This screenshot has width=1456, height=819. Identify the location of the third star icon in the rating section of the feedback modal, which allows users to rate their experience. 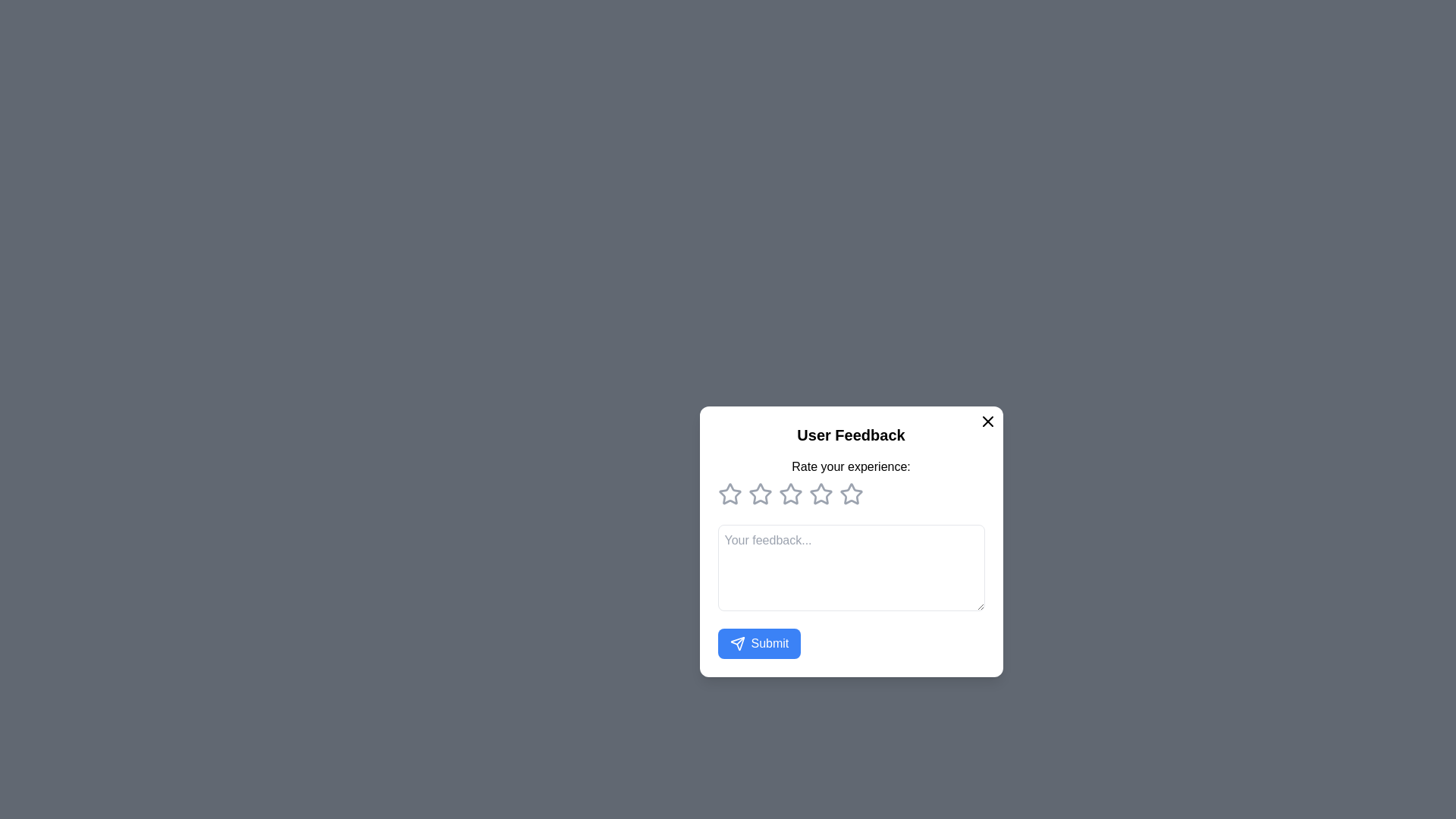
(820, 493).